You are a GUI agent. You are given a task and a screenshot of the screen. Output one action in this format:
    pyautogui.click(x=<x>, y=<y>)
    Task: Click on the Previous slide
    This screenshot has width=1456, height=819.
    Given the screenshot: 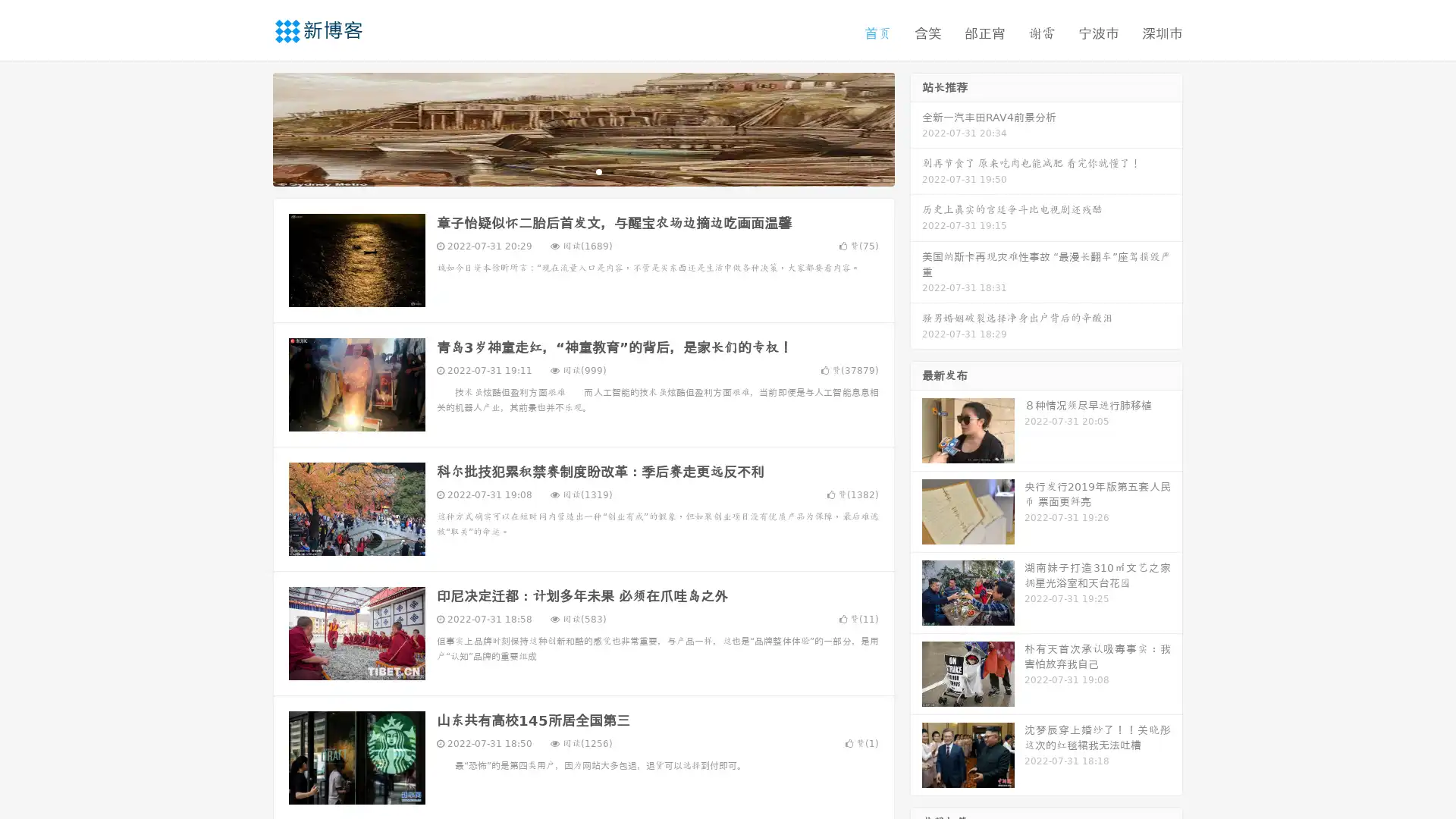 What is the action you would take?
    pyautogui.click(x=250, y=127)
    